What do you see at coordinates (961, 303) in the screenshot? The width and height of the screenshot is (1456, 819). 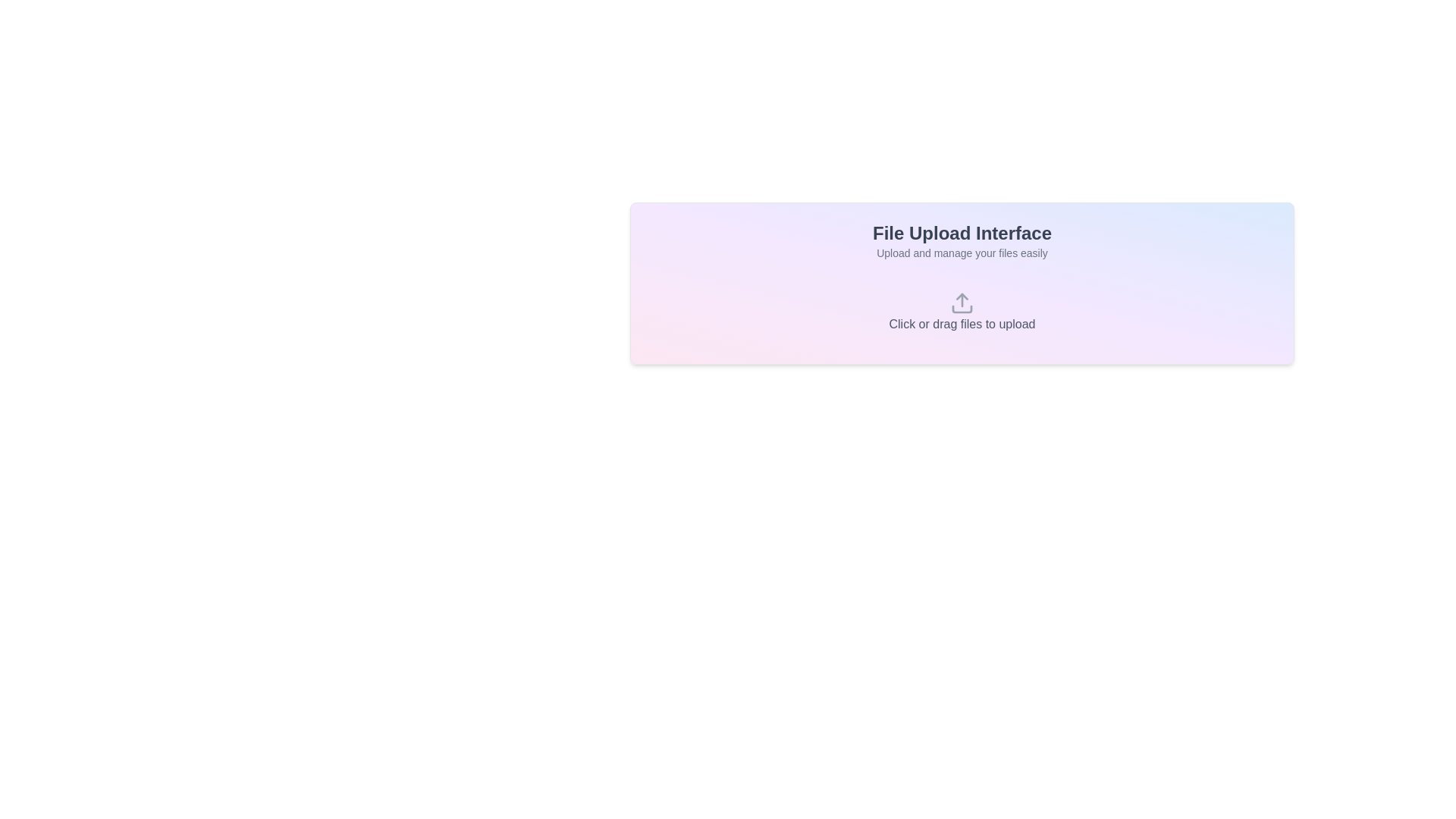 I see `the upload icon, which is a small upward-facing arrow in a U-shaped box, located centrally above the text 'Click or drag files to upload'` at bounding box center [961, 303].